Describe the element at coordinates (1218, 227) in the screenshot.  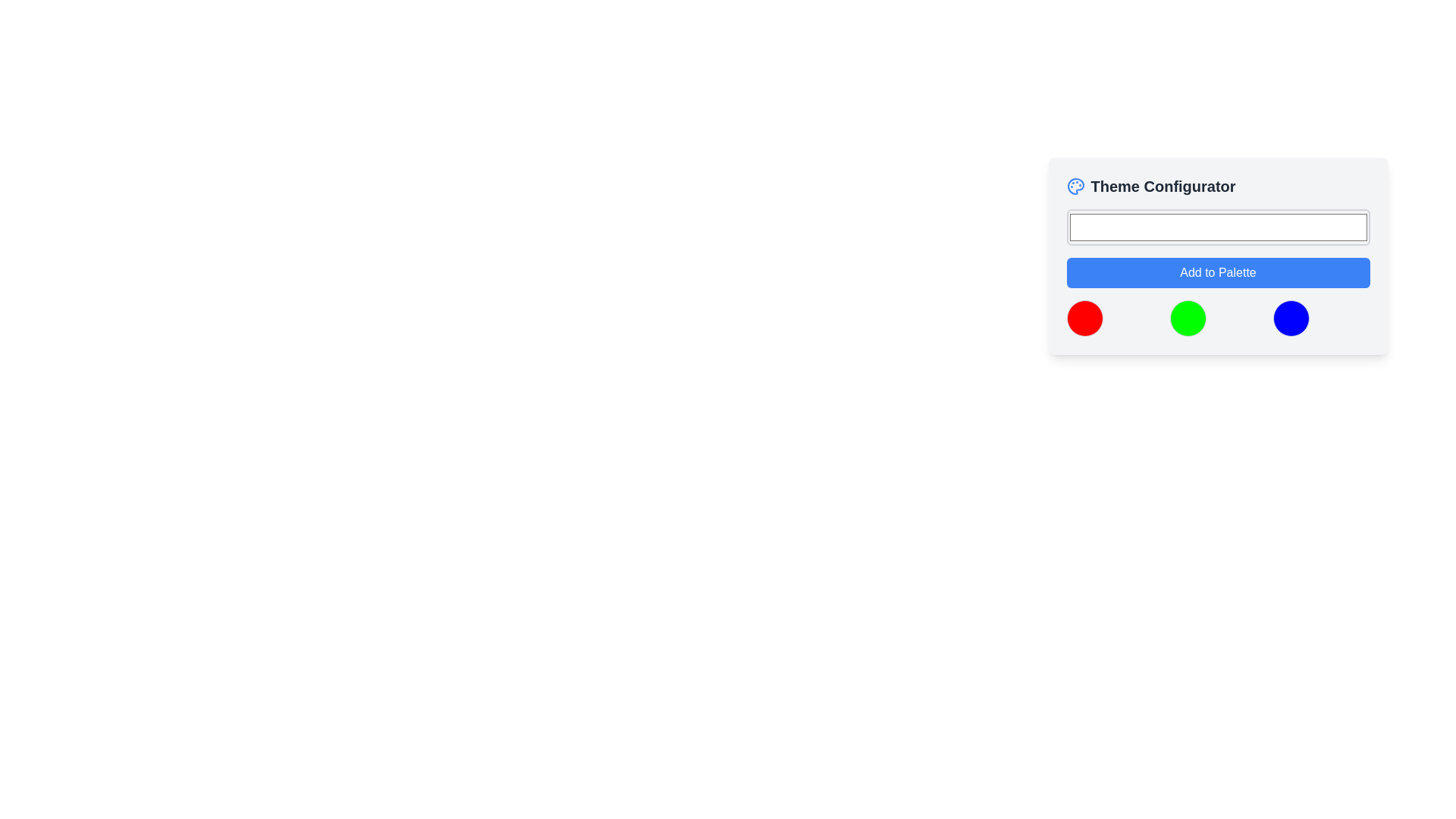
I see `a color in the Color Picker Input Field located below the 'Theme Configurator' text` at that location.